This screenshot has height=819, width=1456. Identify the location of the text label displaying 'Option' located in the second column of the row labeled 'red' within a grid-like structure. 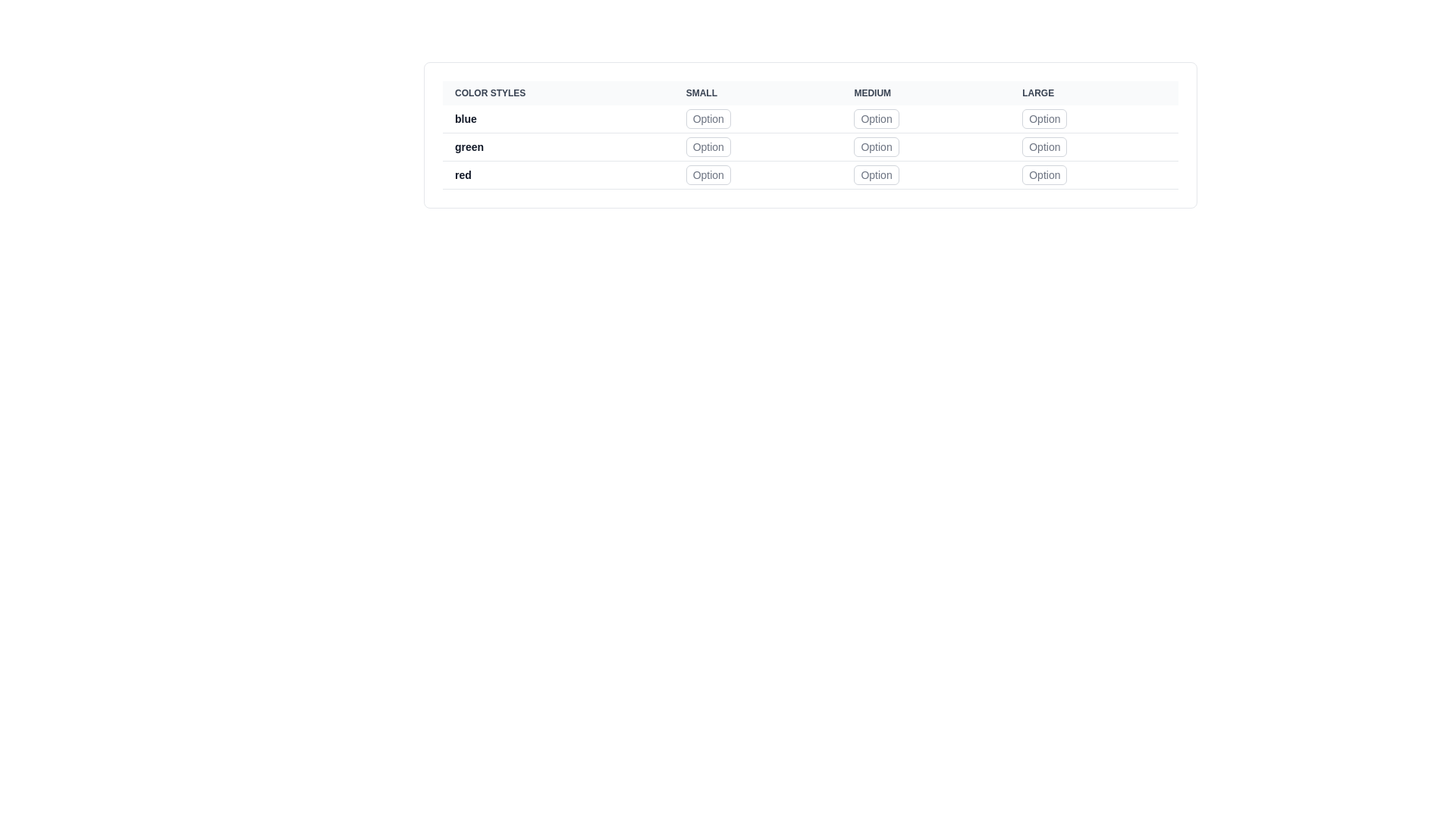
(758, 174).